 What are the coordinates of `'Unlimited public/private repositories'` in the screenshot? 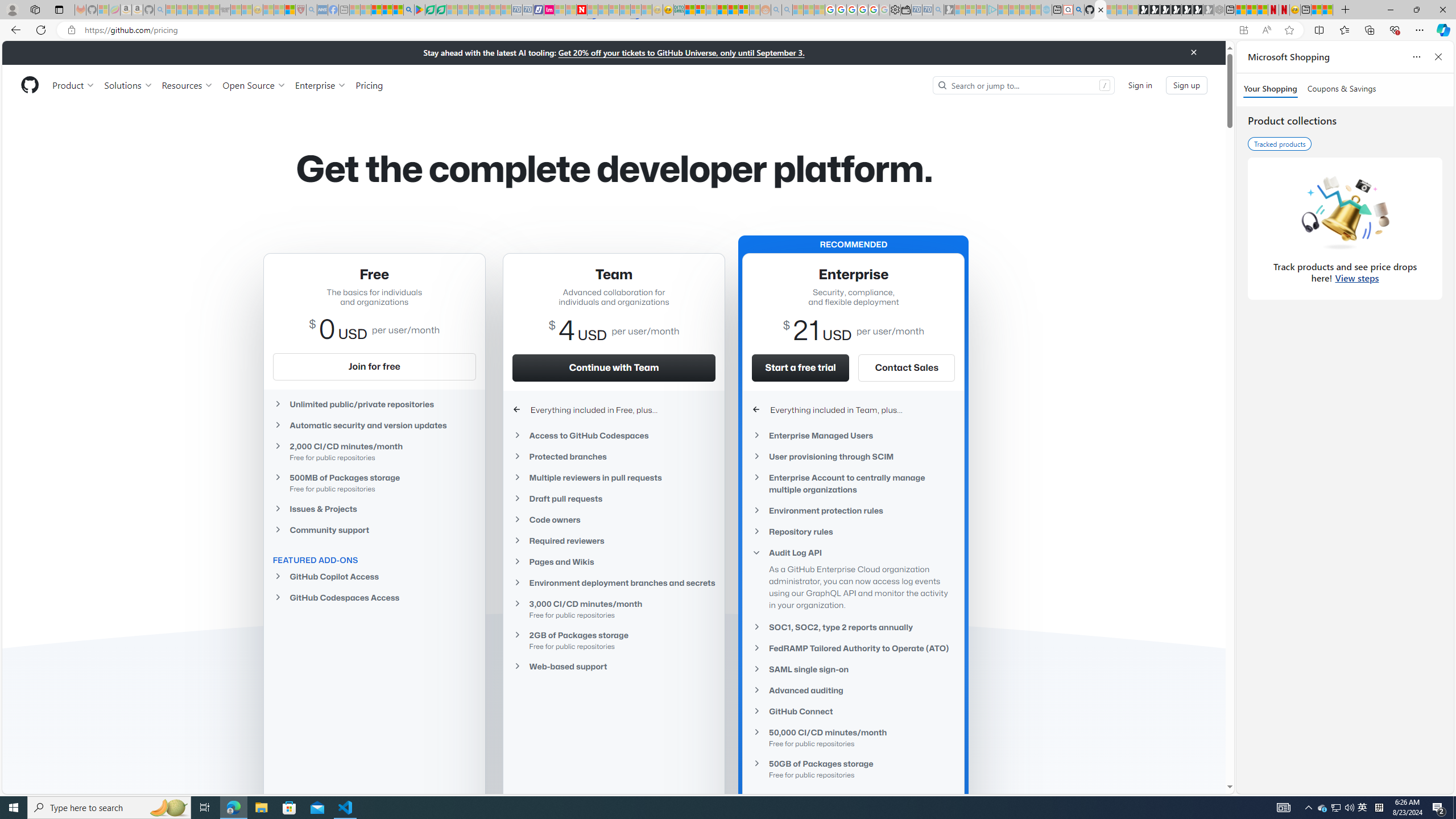 It's located at (373, 403).